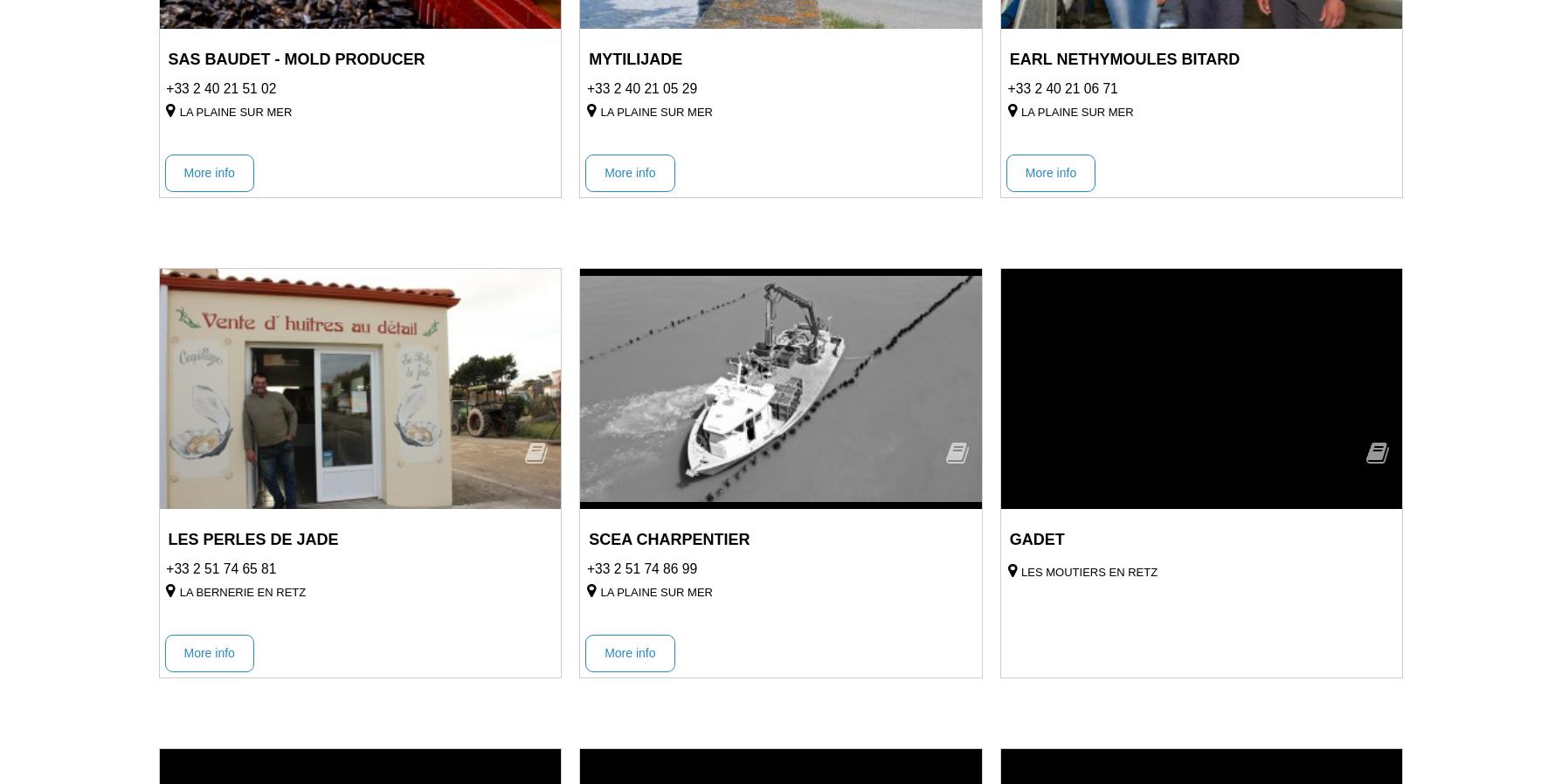 This screenshot has width=1562, height=784. Describe the element at coordinates (634, 58) in the screenshot. I see `'MYTILIJADE'` at that location.